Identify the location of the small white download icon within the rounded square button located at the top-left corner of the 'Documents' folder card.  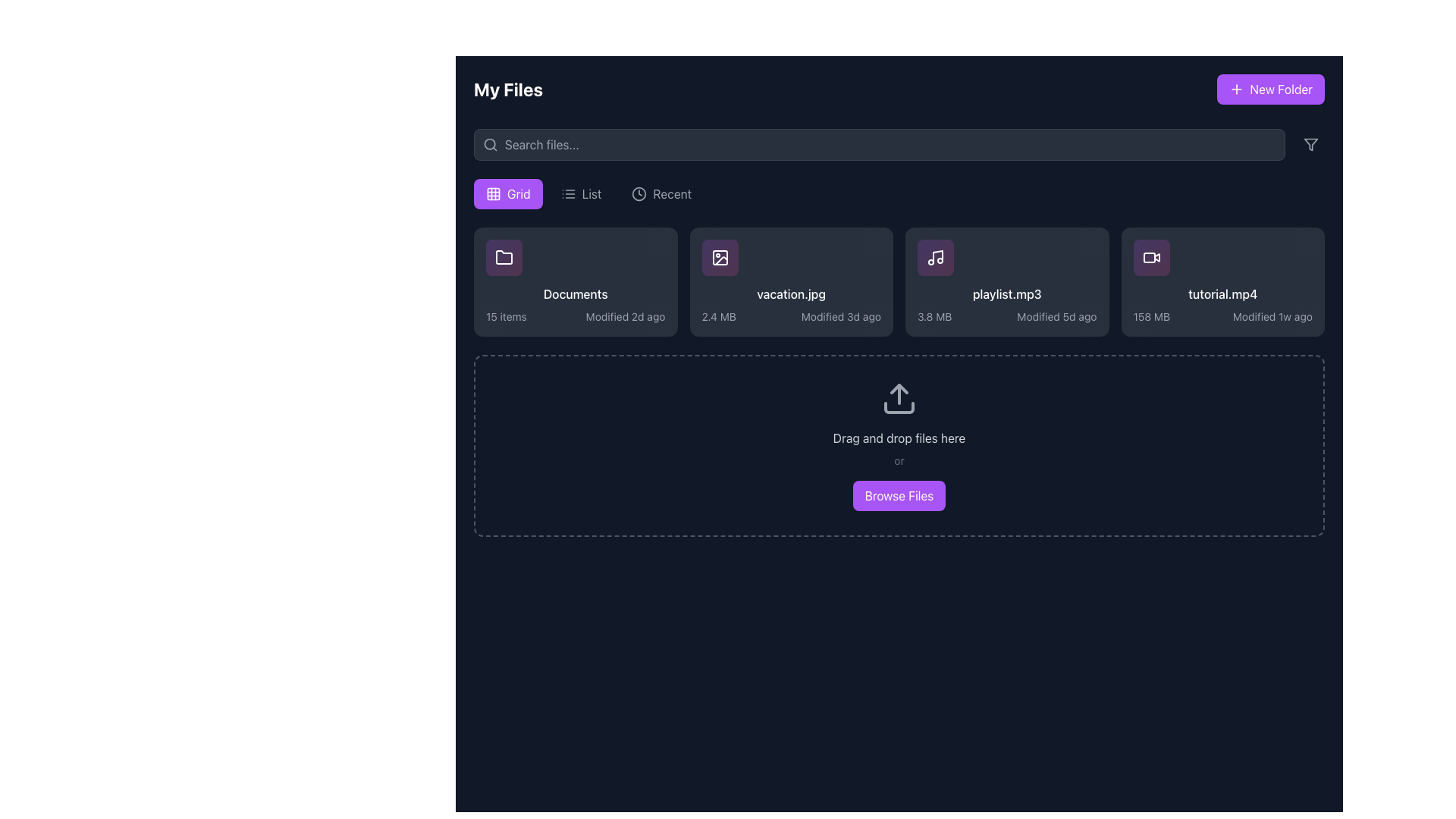
(539, 281).